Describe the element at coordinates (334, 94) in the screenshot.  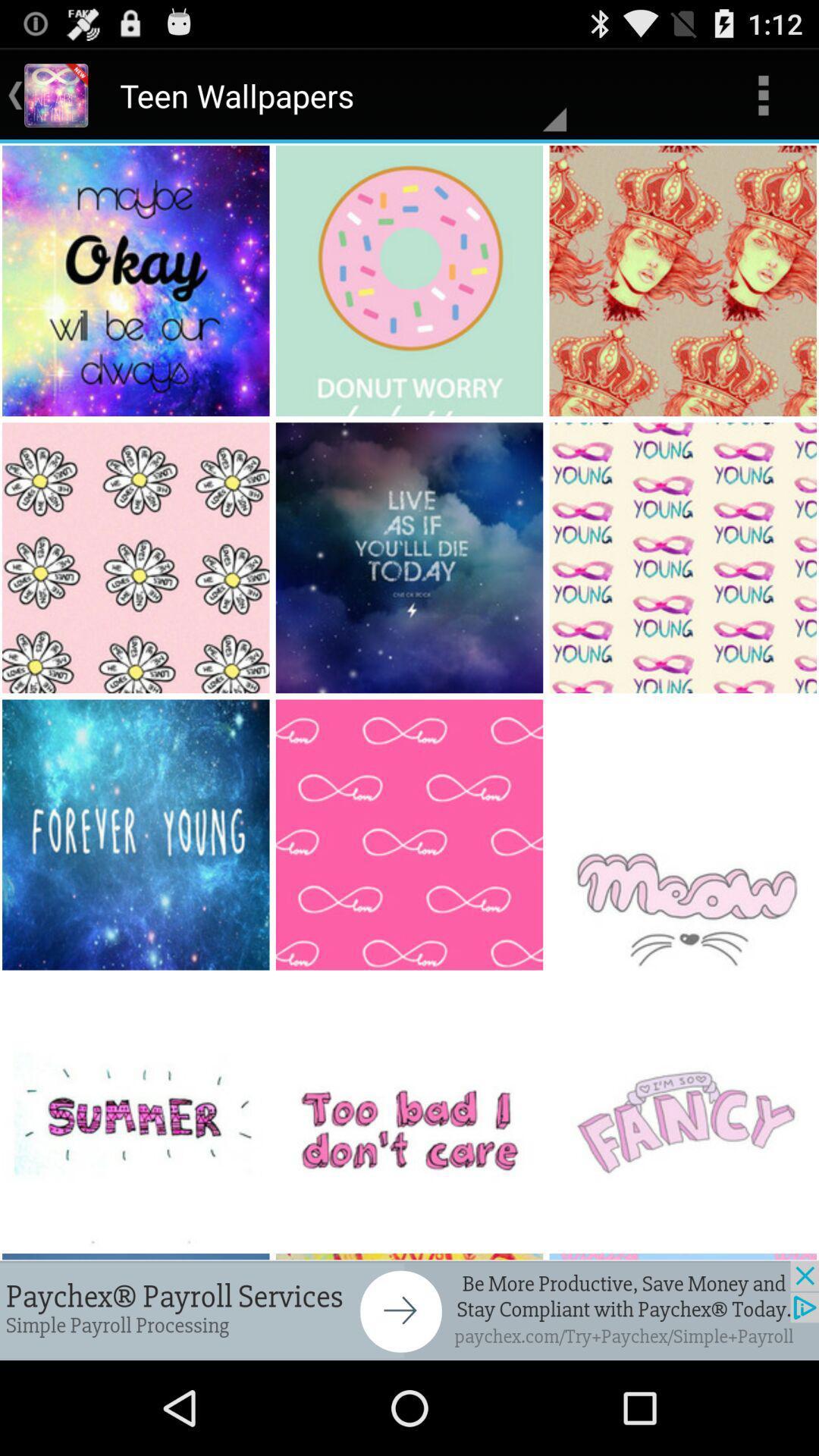
I see `teen wallpapers` at that location.